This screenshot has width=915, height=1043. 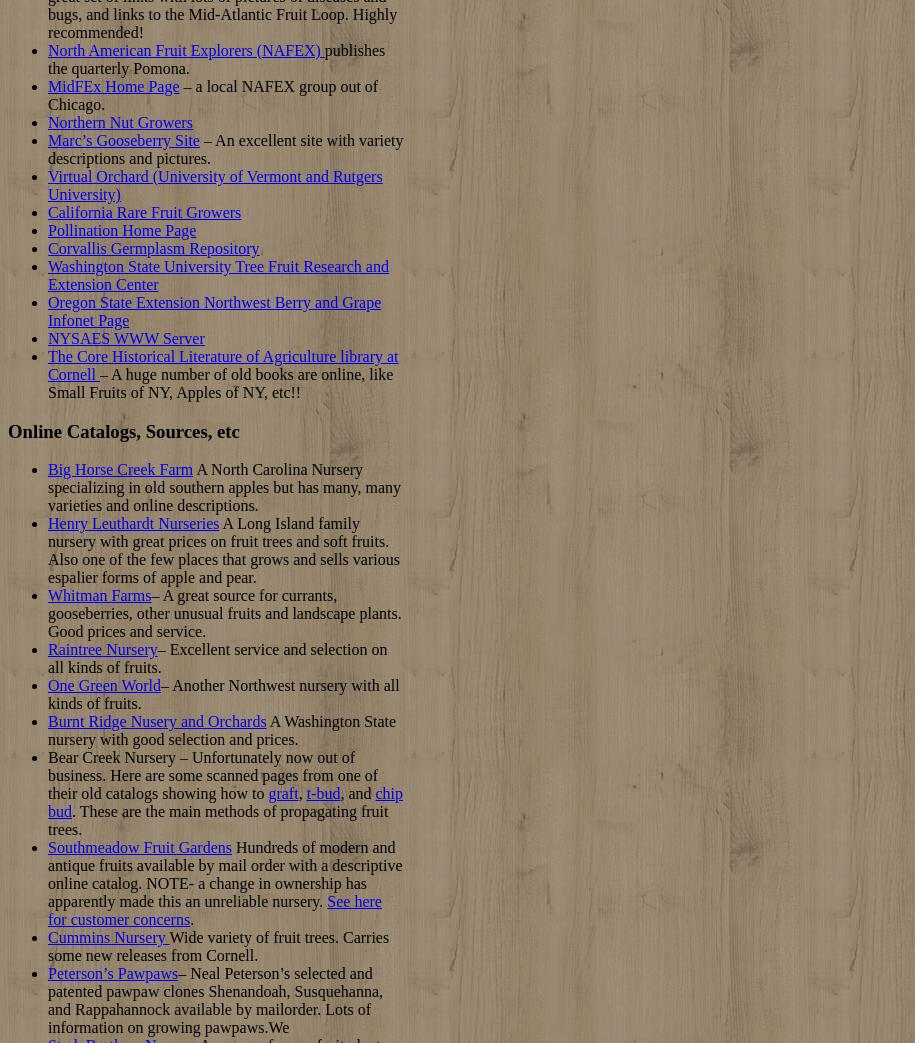 I want to click on 'A Long Island family nursery with great prices on fruit trees and soft fruits. Also one of the few places that grows and sells various espalier forms of apple and pear.', so click(x=223, y=550).